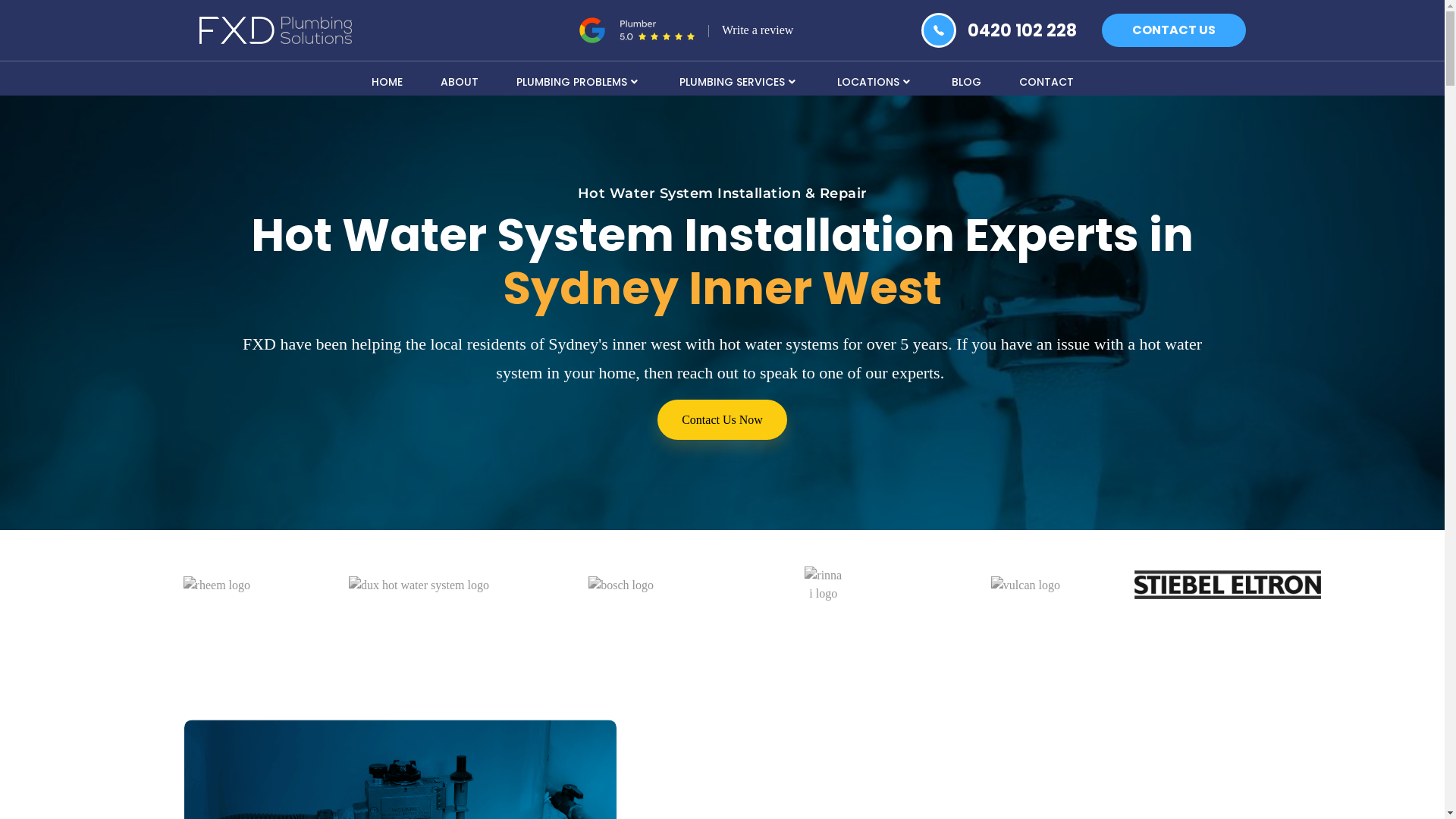 The image size is (1456, 819). Describe the element at coordinates (216, 584) in the screenshot. I see `'rheem logo'` at that location.